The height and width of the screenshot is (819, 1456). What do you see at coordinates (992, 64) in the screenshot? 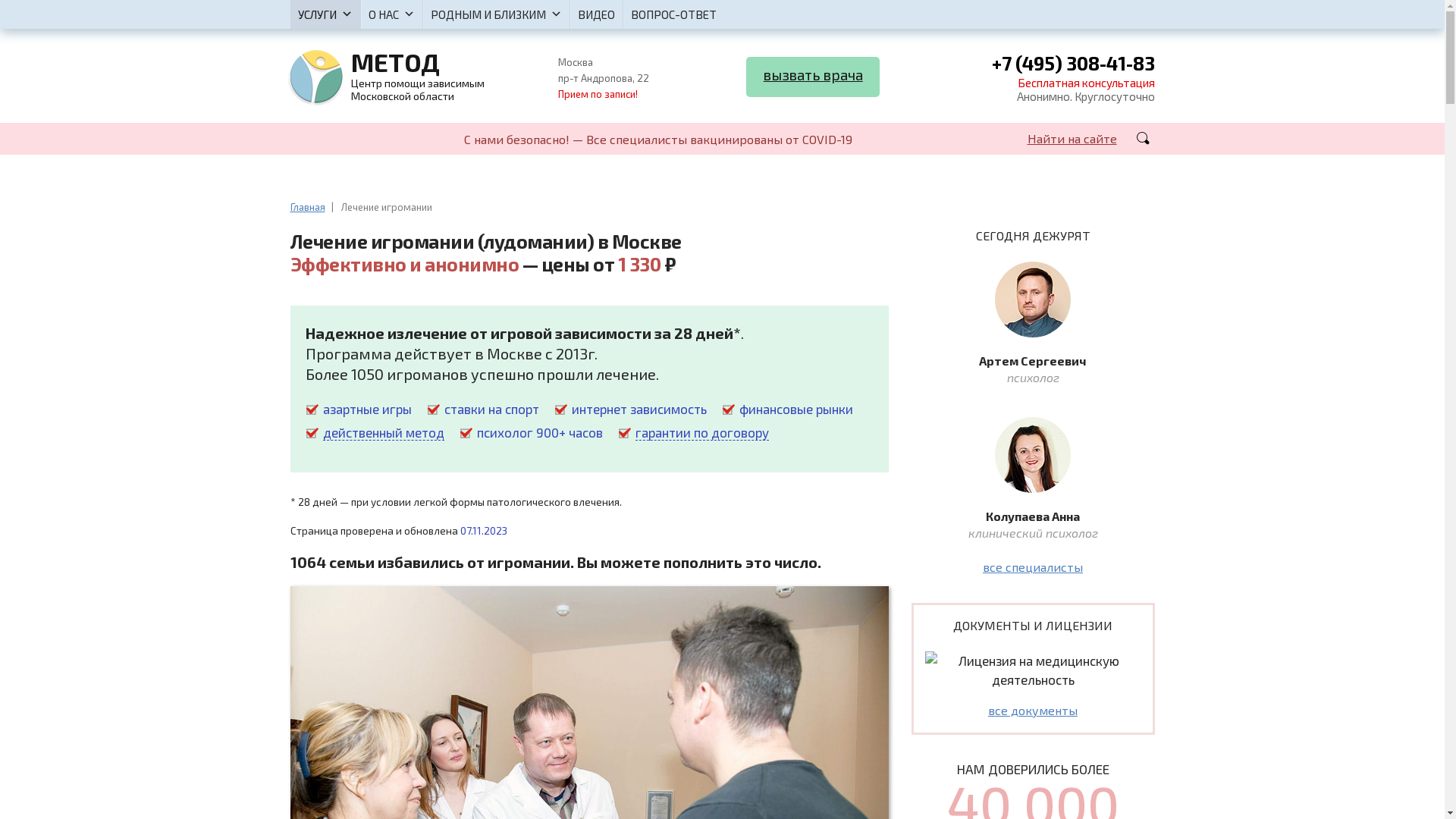
I see `'+7 (495) 308-41-83'` at bounding box center [992, 64].